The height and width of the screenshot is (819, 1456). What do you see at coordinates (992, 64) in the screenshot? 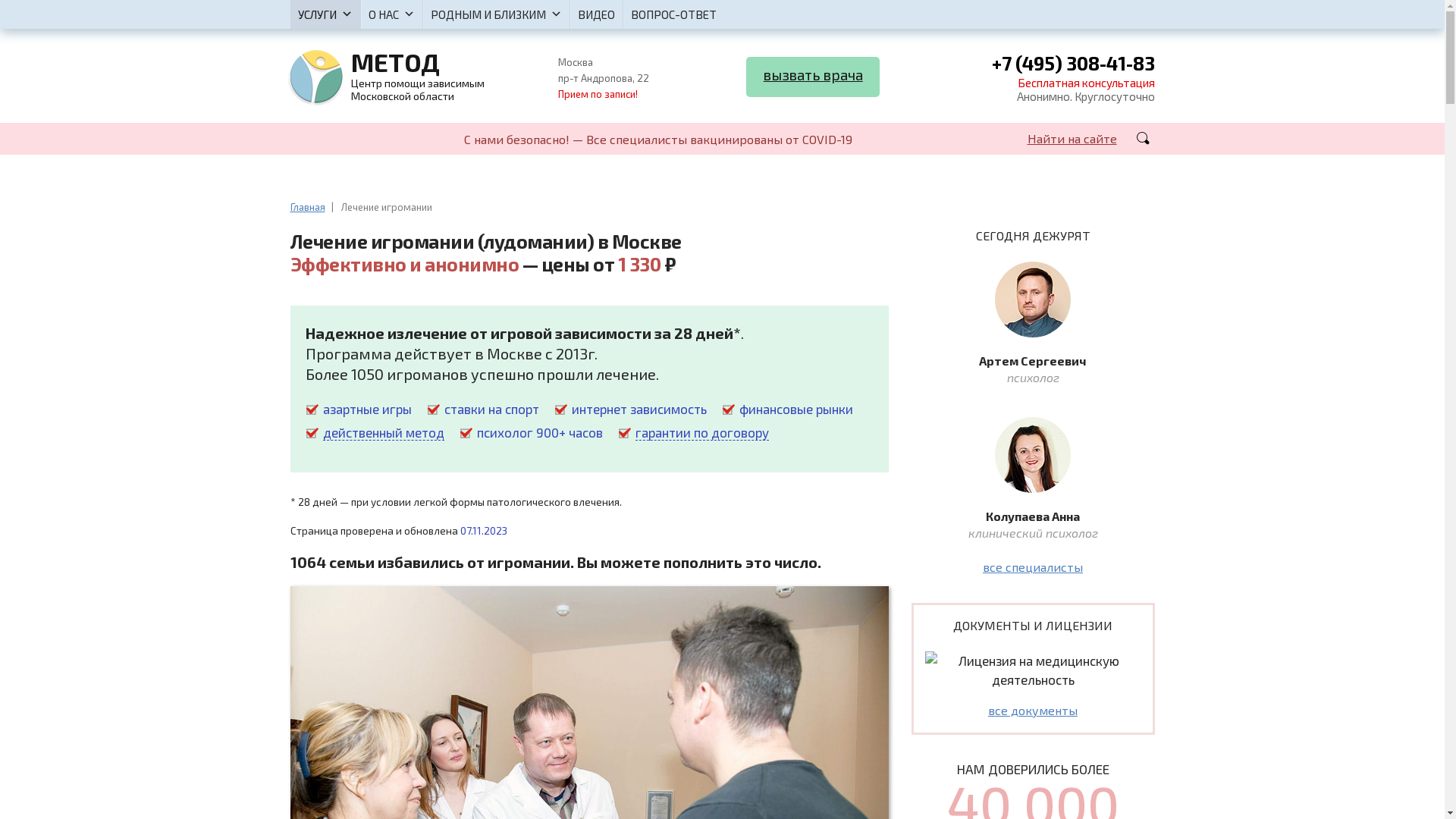
I see `'+7 (495) 308-41-83'` at bounding box center [992, 64].